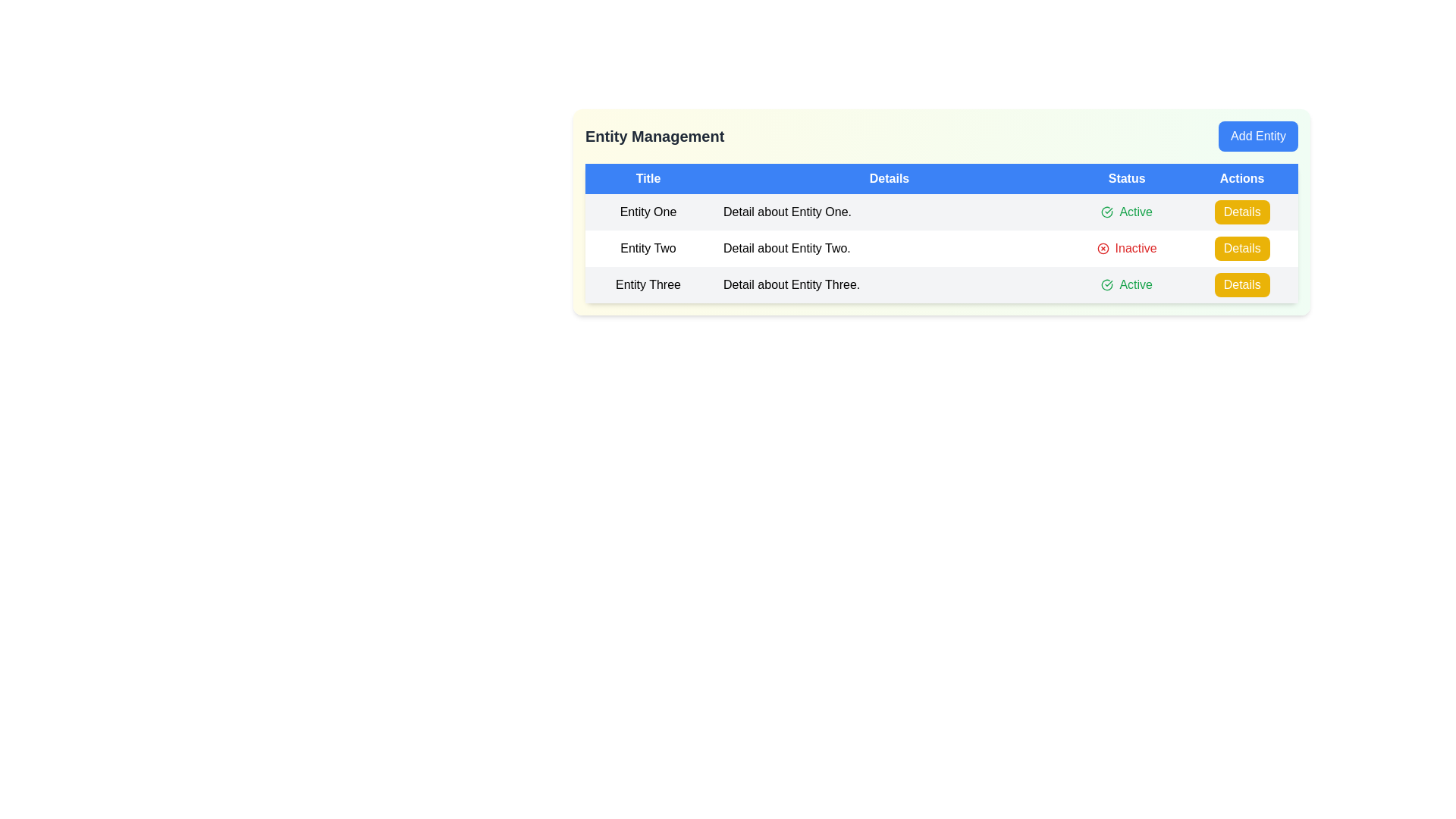 The width and height of the screenshot is (1456, 819). I want to click on the rectangular button with a blue background and white text that reads 'Add Entity' to change its shade of blue, so click(1258, 136).